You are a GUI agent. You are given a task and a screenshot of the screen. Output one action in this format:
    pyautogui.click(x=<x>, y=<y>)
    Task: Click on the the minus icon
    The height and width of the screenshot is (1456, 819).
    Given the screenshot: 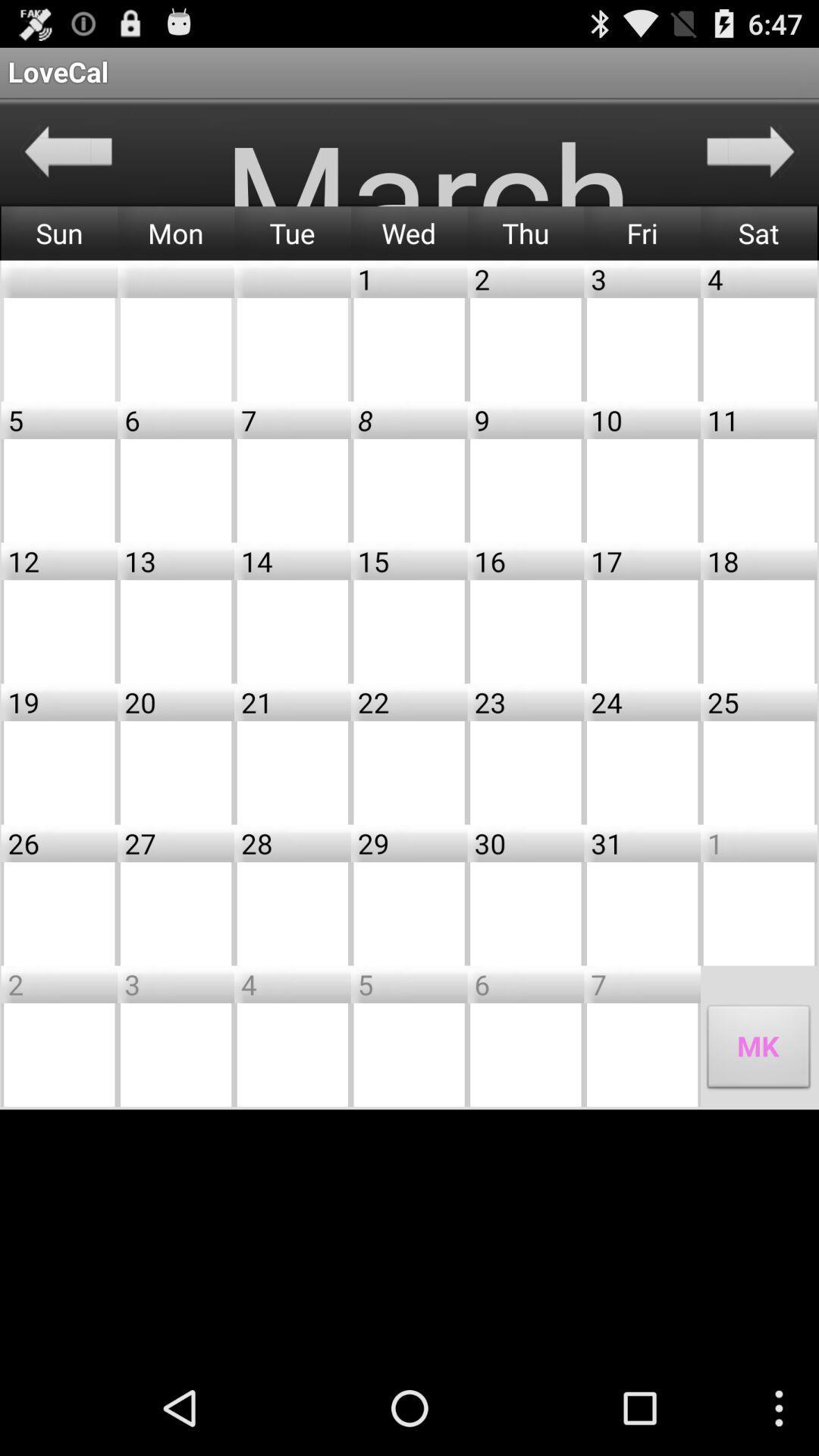 What is the action you would take?
    pyautogui.click(x=292, y=977)
    